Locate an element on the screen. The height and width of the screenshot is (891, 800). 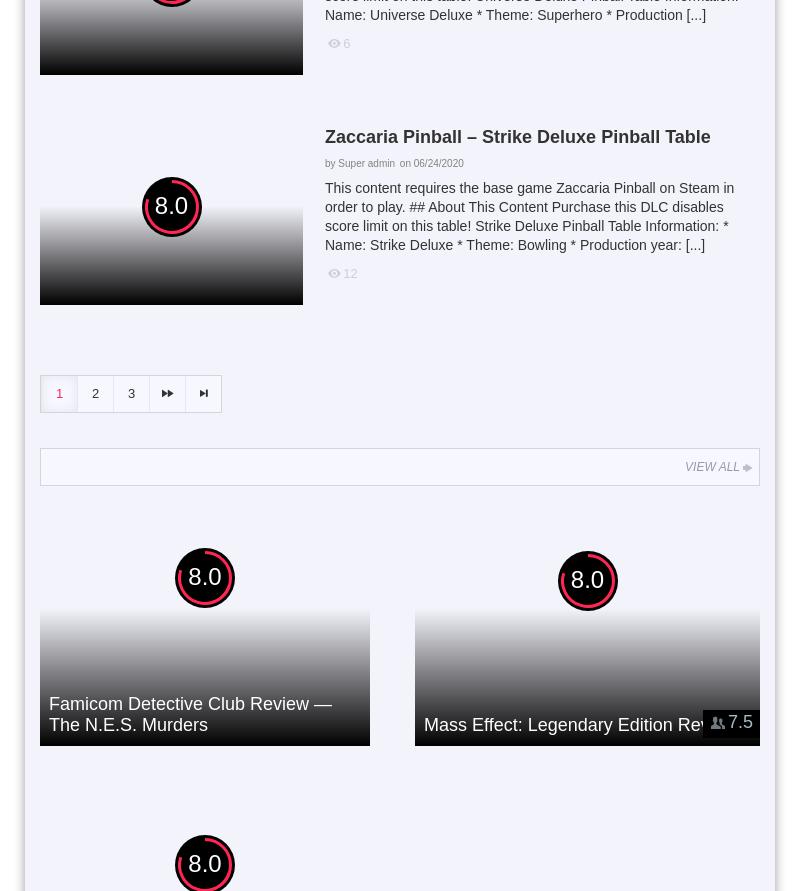
'6' is located at coordinates (346, 42).